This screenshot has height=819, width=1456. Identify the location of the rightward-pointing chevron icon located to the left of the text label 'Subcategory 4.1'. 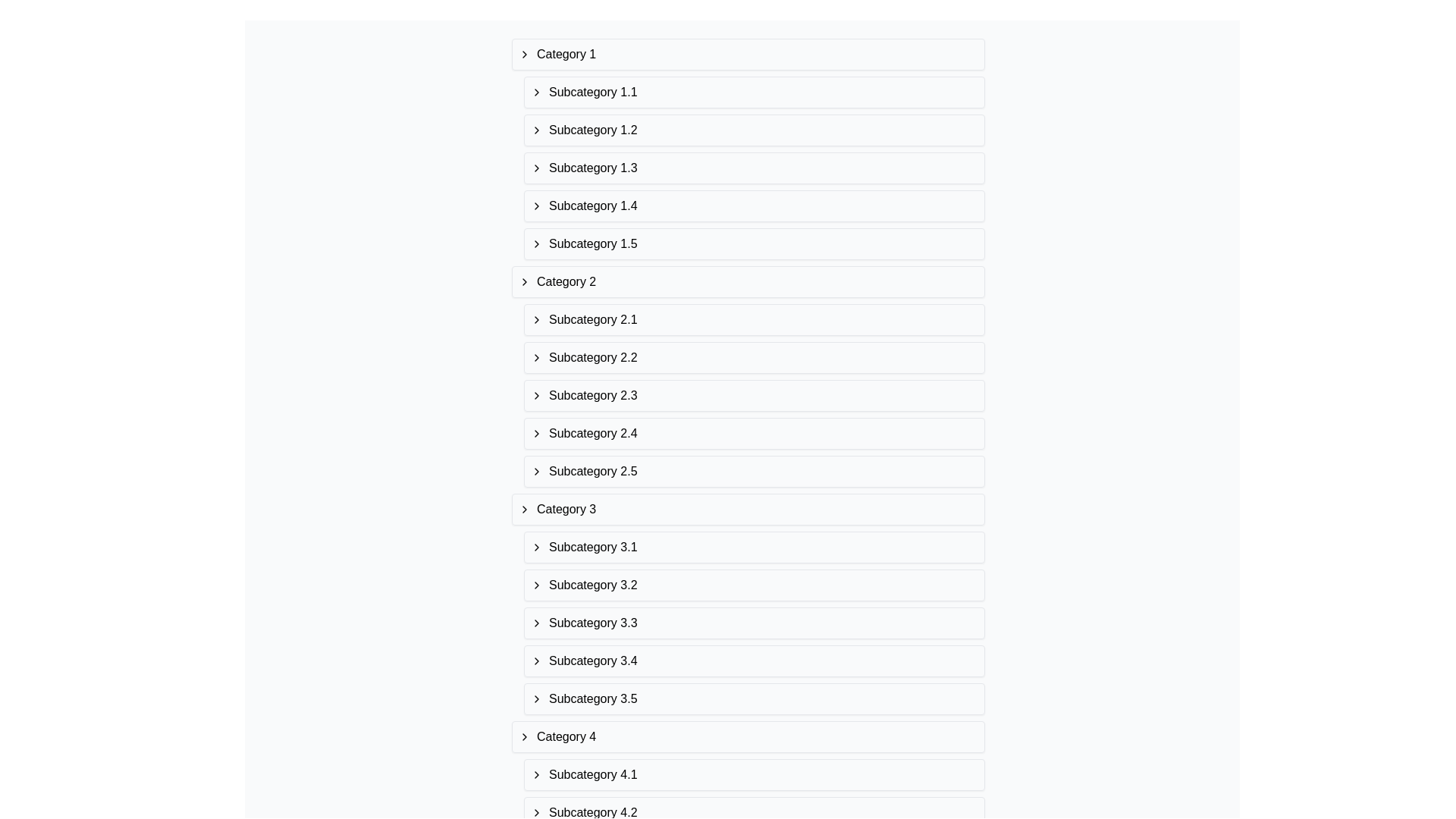
(537, 775).